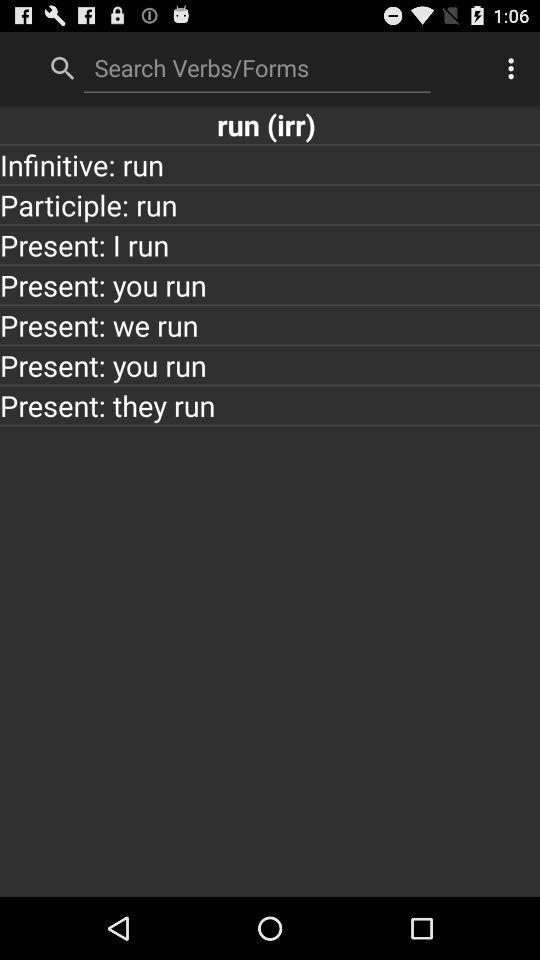 The image size is (540, 960). What do you see at coordinates (257, 67) in the screenshot?
I see `the icon above run (irr)  item` at bounding box center [257, 67].